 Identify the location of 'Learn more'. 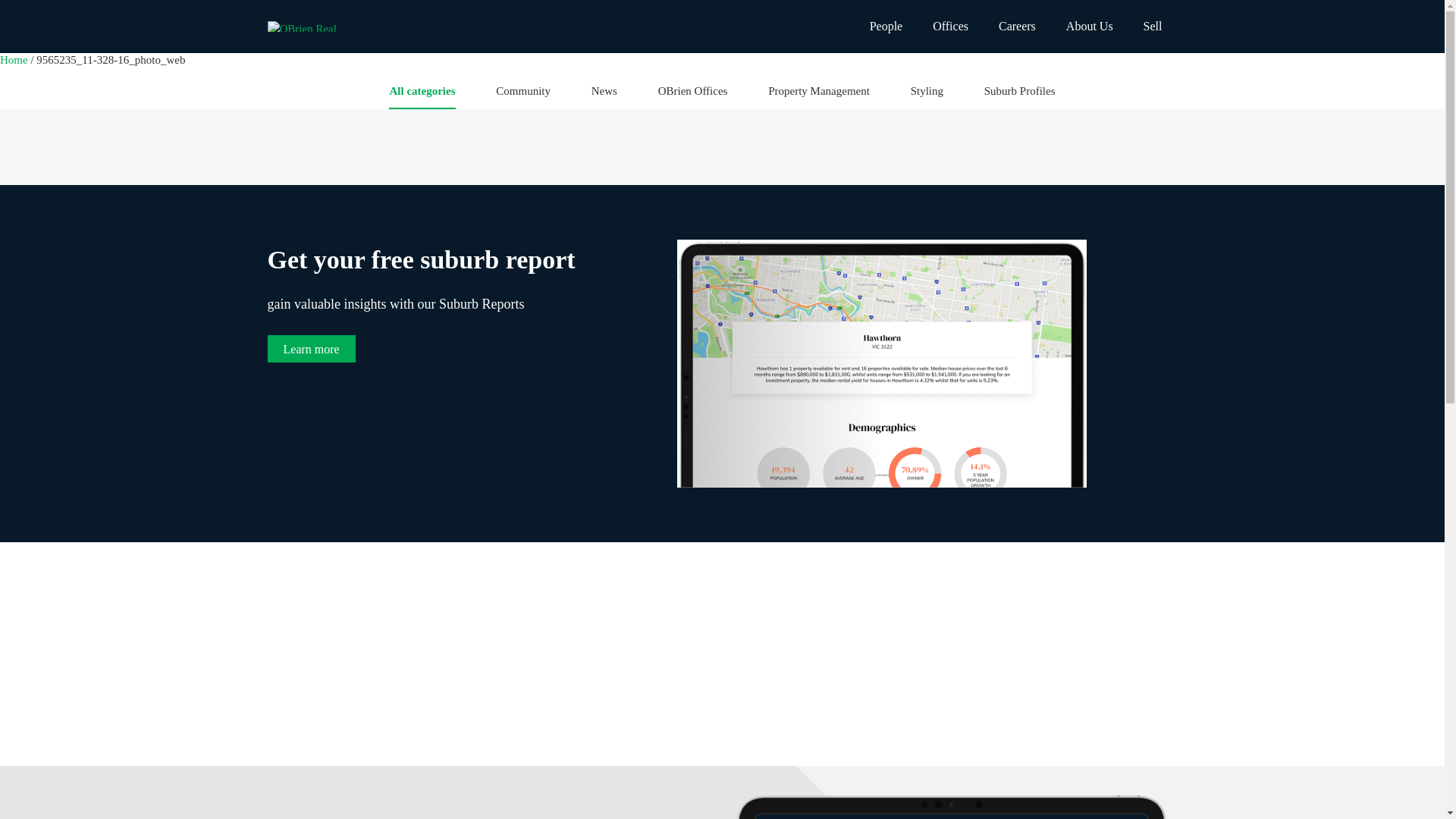
(309, 348).